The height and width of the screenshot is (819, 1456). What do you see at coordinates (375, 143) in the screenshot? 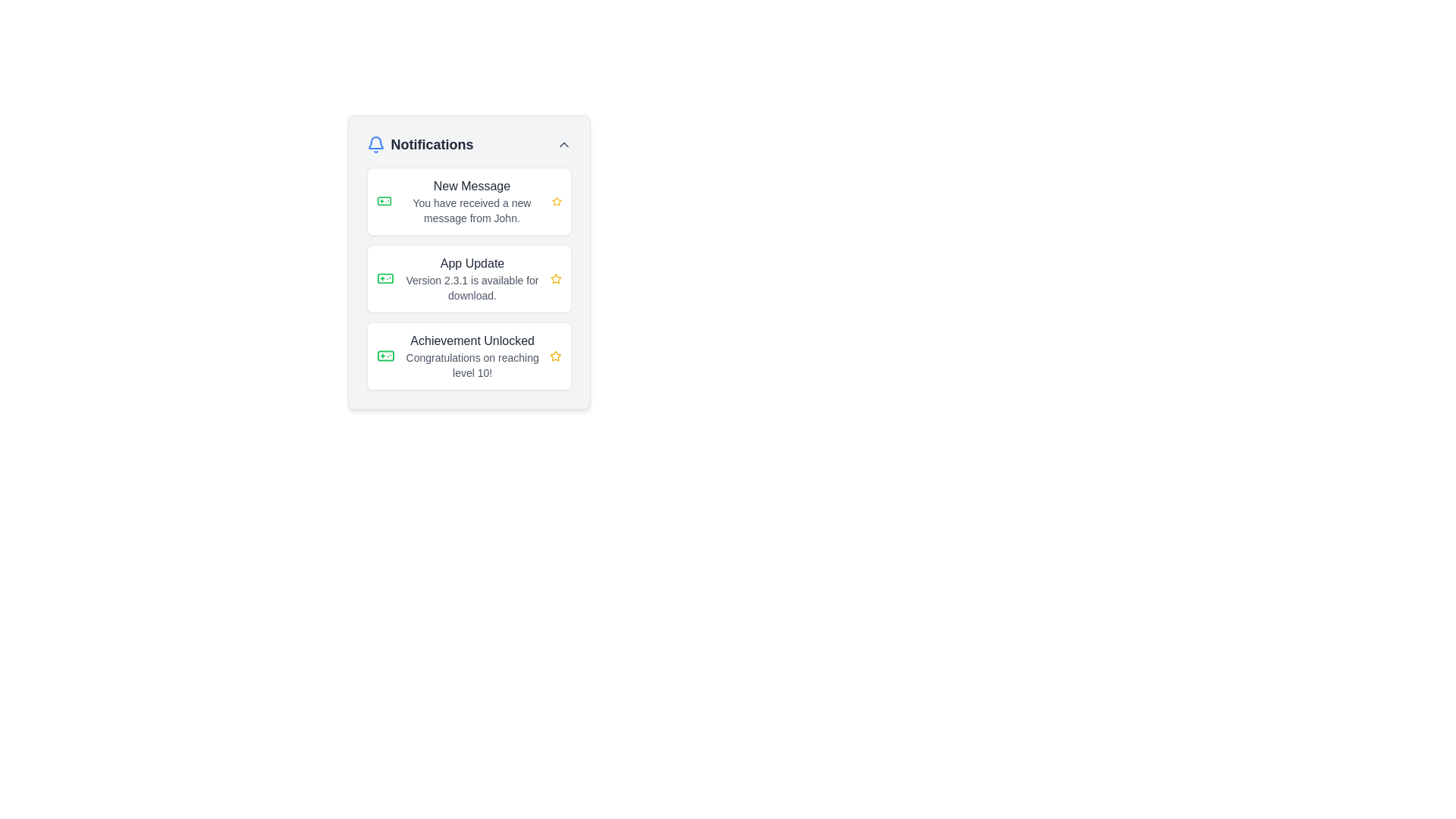
I see `the blue bell-shaped icon located at the top-left area of the notification panel, next to the 'Notifications' text` at bounding box center [375, 143].